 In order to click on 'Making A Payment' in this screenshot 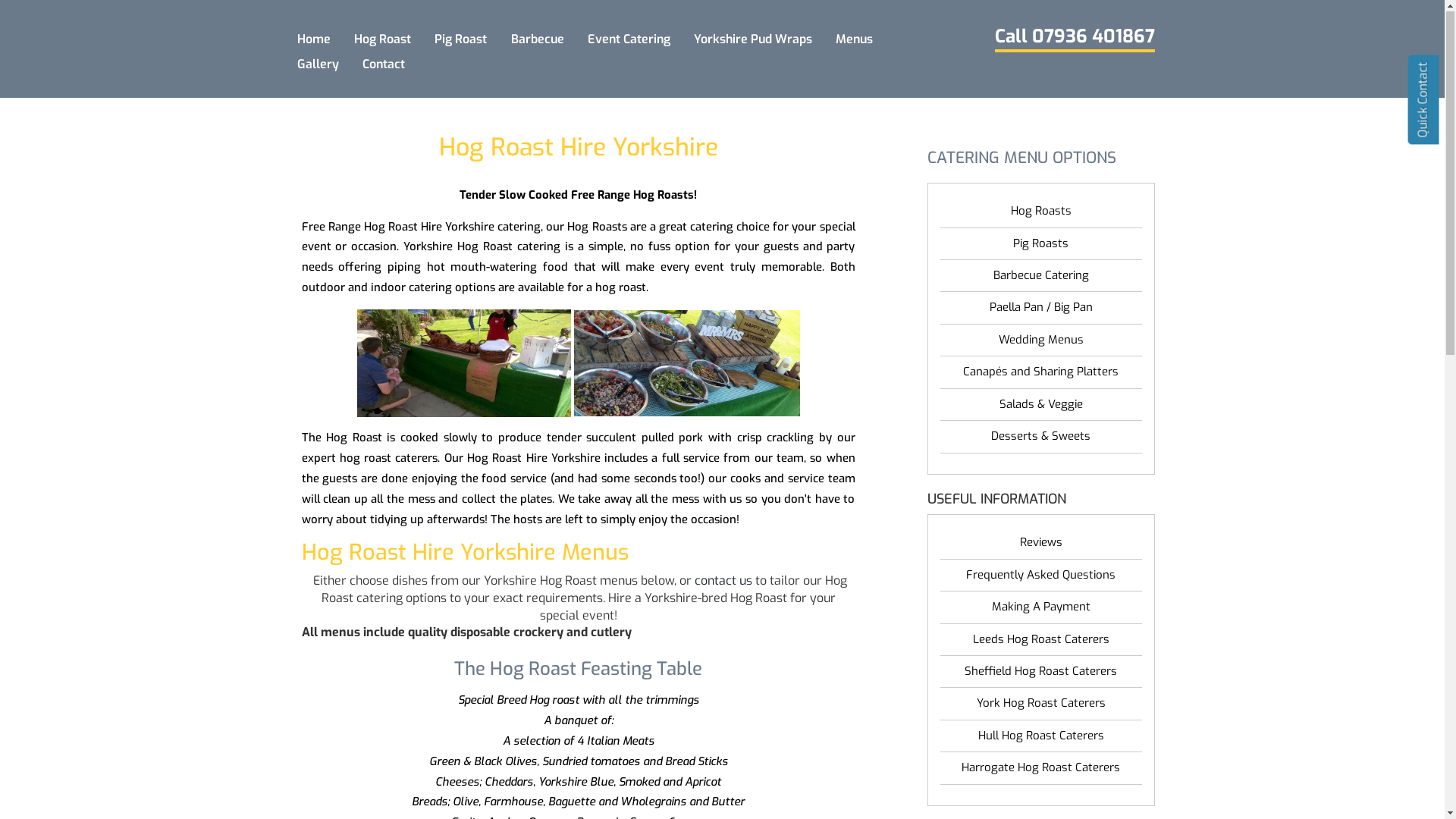, I will do `click(939, 607)`.